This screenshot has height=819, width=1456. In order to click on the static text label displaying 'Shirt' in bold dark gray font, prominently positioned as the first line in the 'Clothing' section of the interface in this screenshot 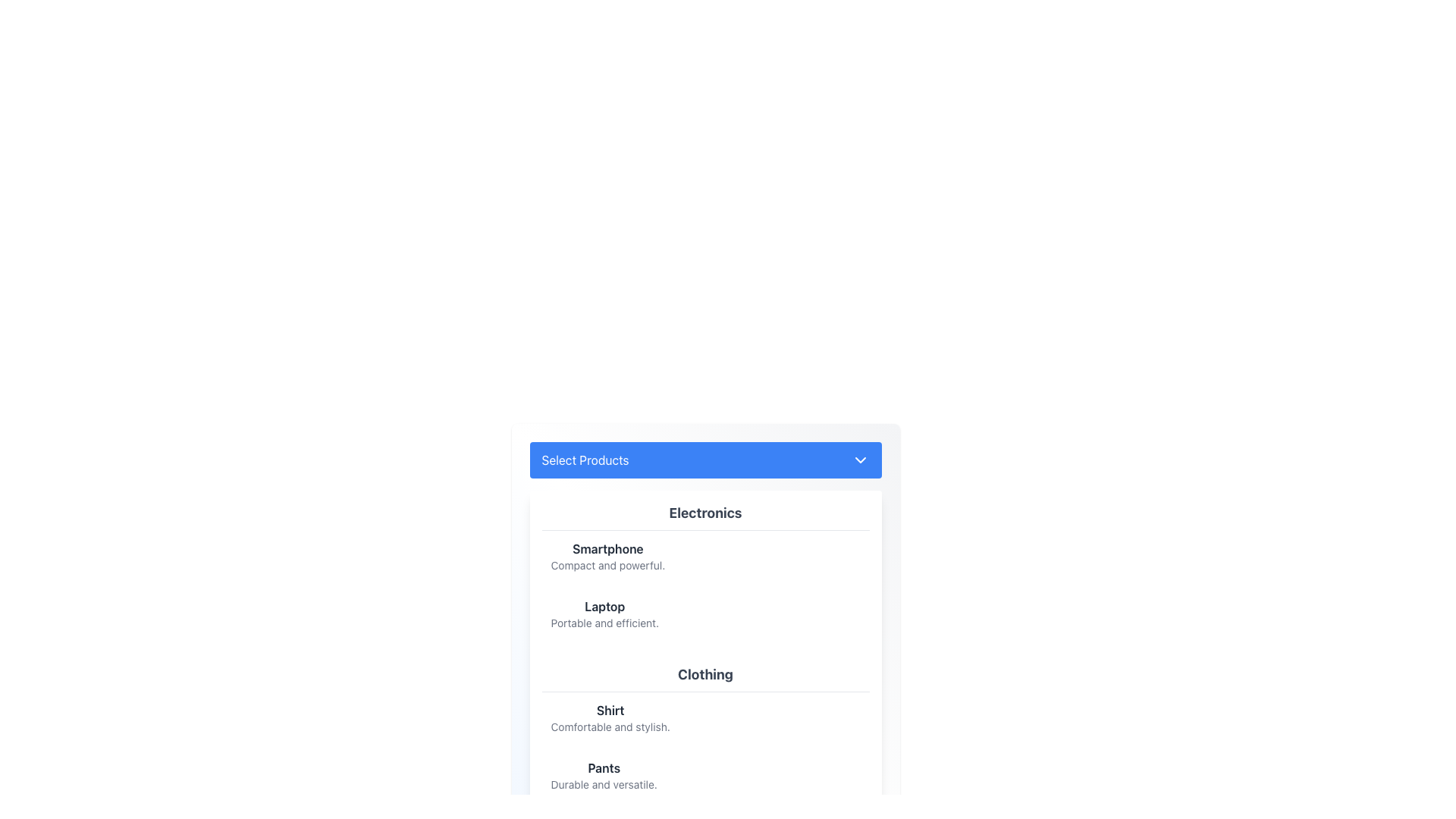, I will do `click(610, 711)`.